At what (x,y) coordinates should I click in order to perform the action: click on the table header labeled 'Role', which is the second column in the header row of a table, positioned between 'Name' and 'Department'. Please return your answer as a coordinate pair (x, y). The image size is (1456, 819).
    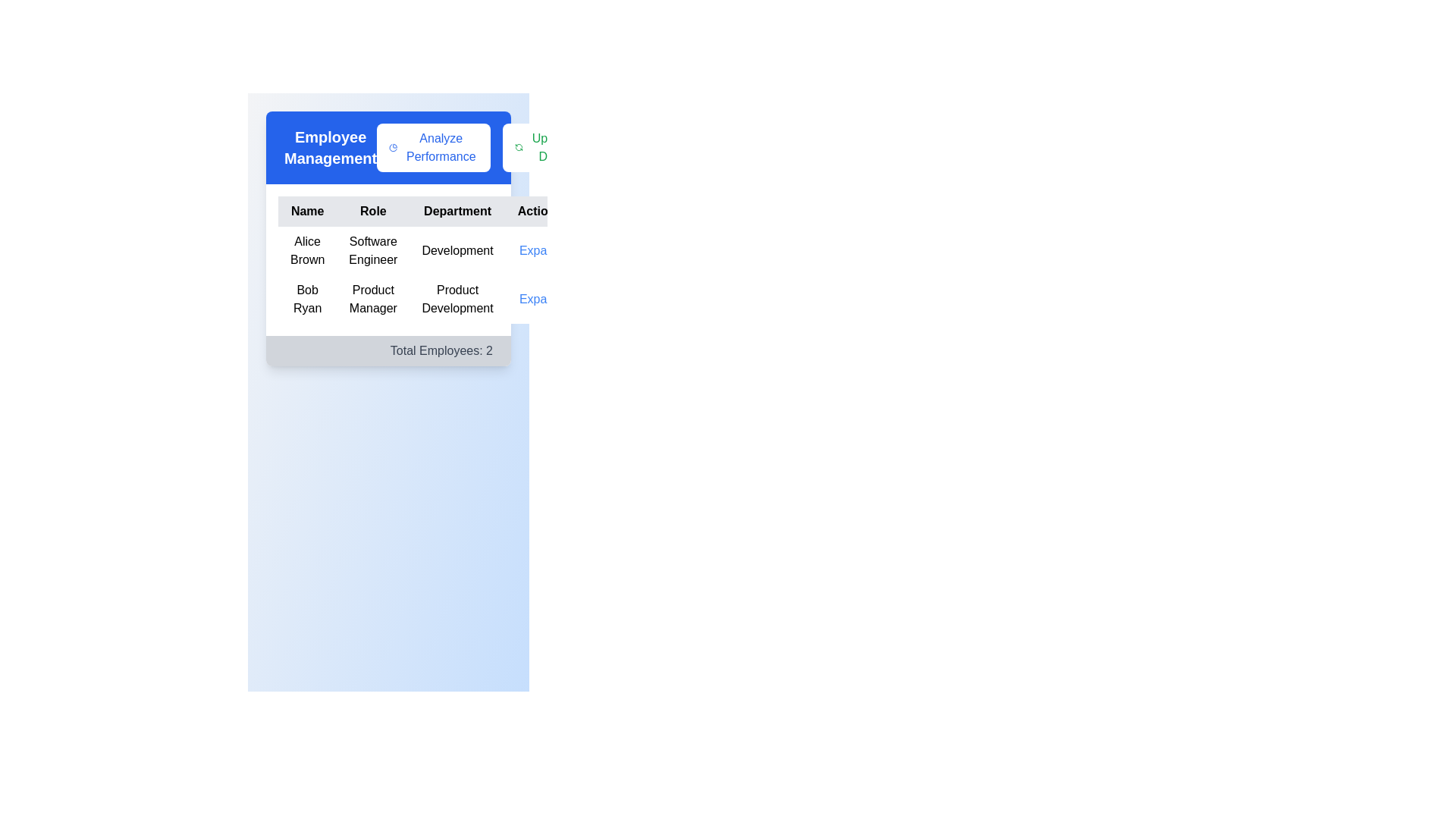
    Looking at the image, I should click on (373, 211).